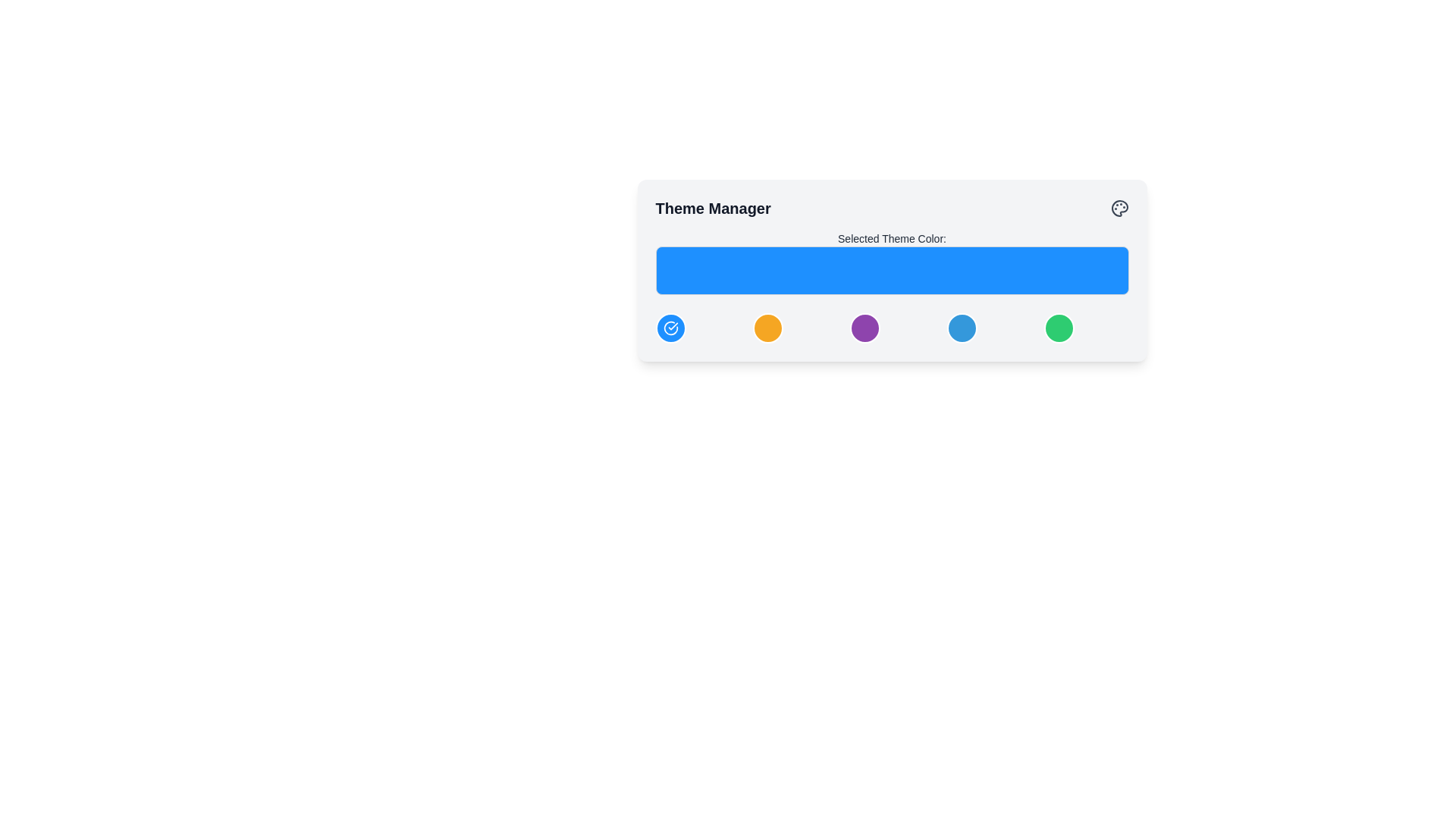 Image resolution: width=1456 pixels, height=819 pixels. Describe the element at coordinates (961, 327) in the screenshot. I see `the circular blue button with a white border in the lower section of the 'Theme Manager' dialog box` at that location.